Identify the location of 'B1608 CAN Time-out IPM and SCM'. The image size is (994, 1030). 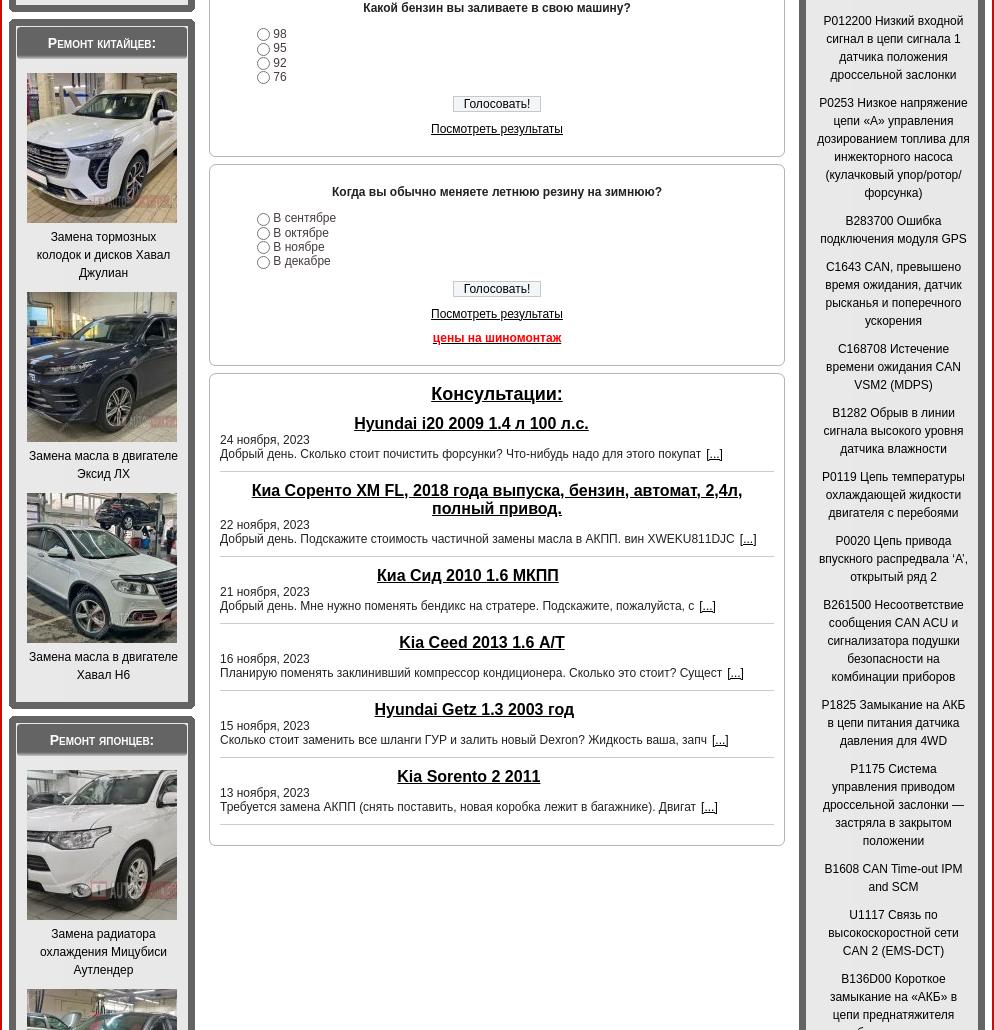
(892, 877).